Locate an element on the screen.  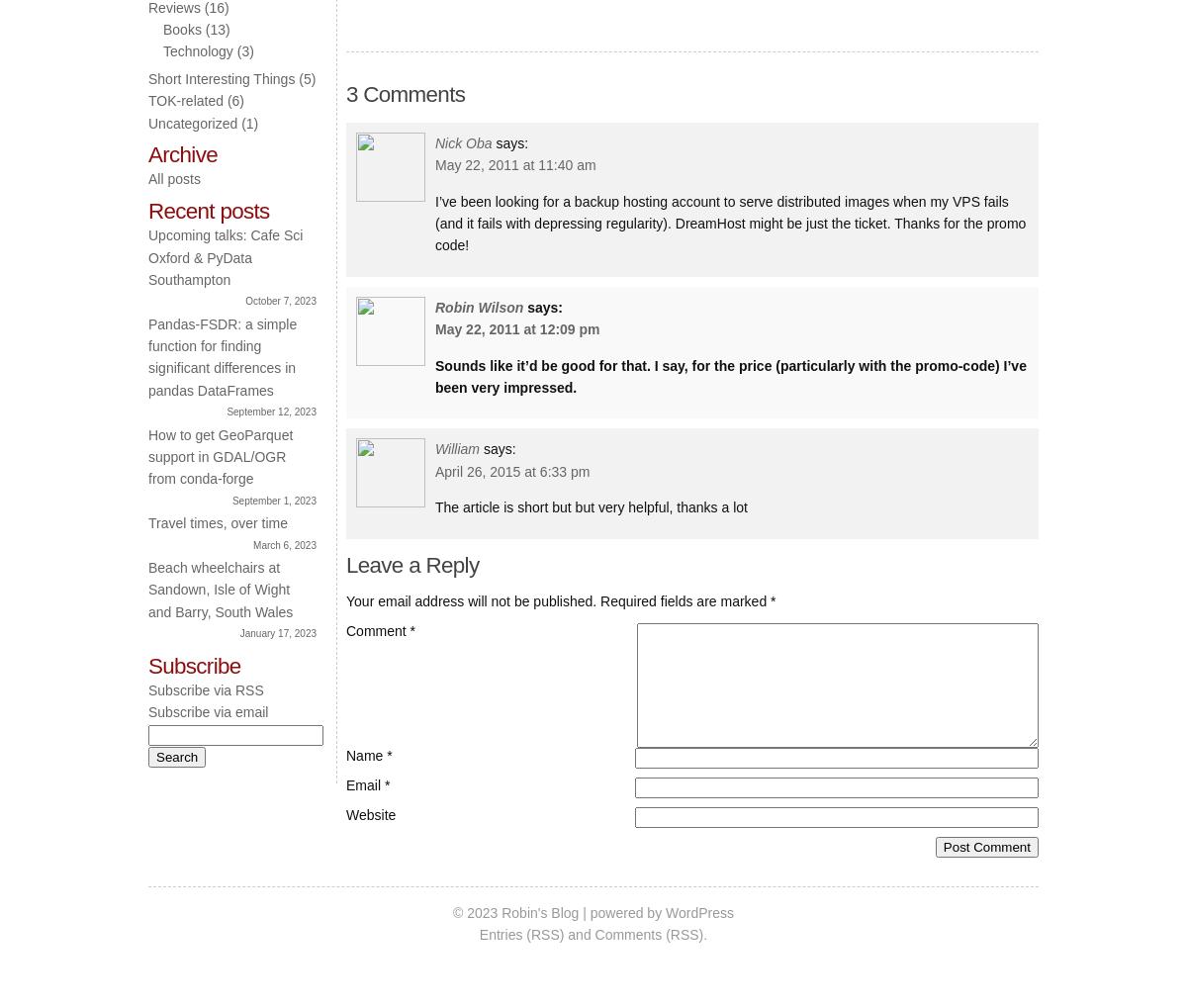
'(3)' is located at coordinates (241, 50).